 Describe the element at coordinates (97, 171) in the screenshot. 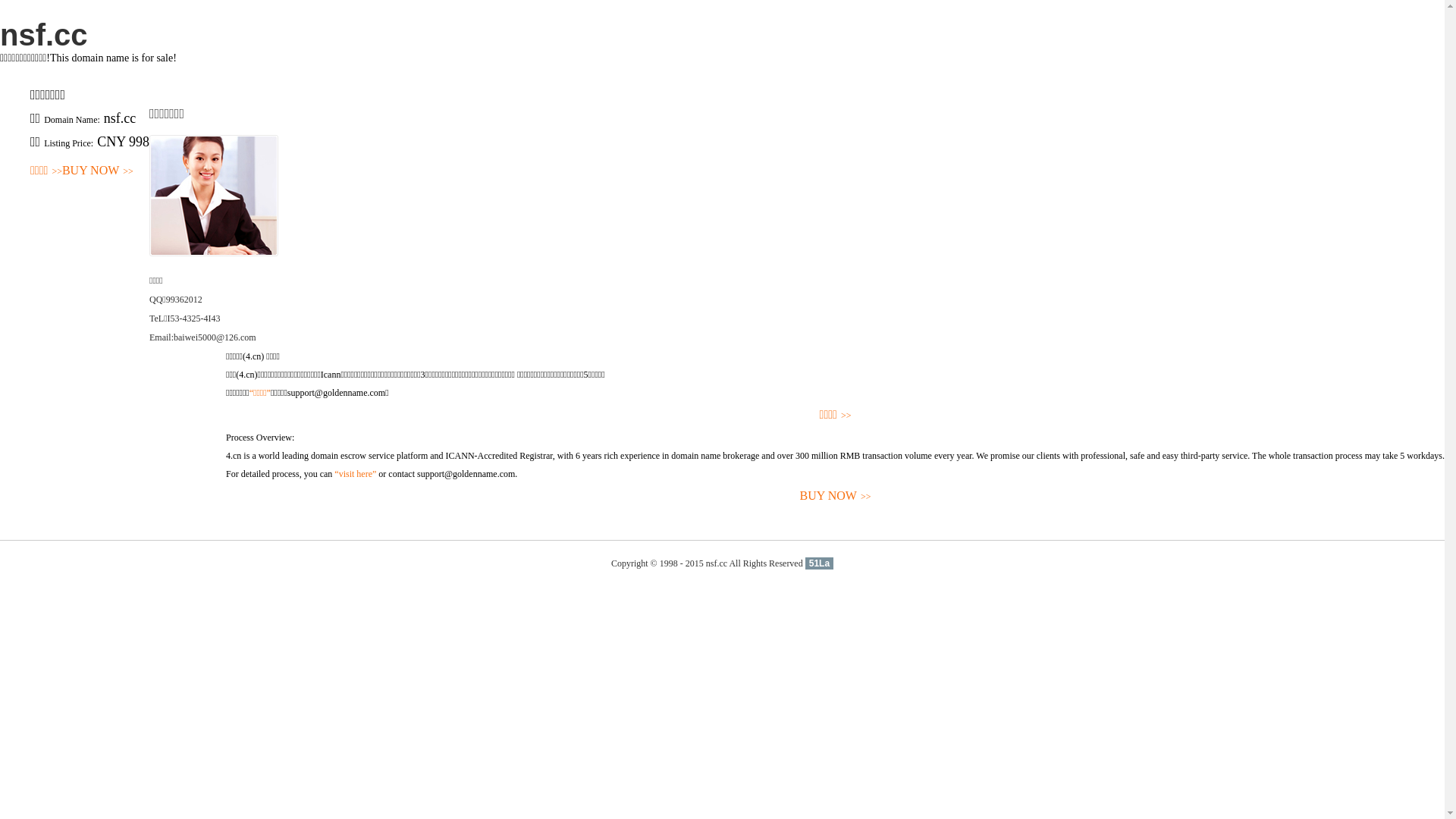

I see `'BUY NOW>>'` at that location.